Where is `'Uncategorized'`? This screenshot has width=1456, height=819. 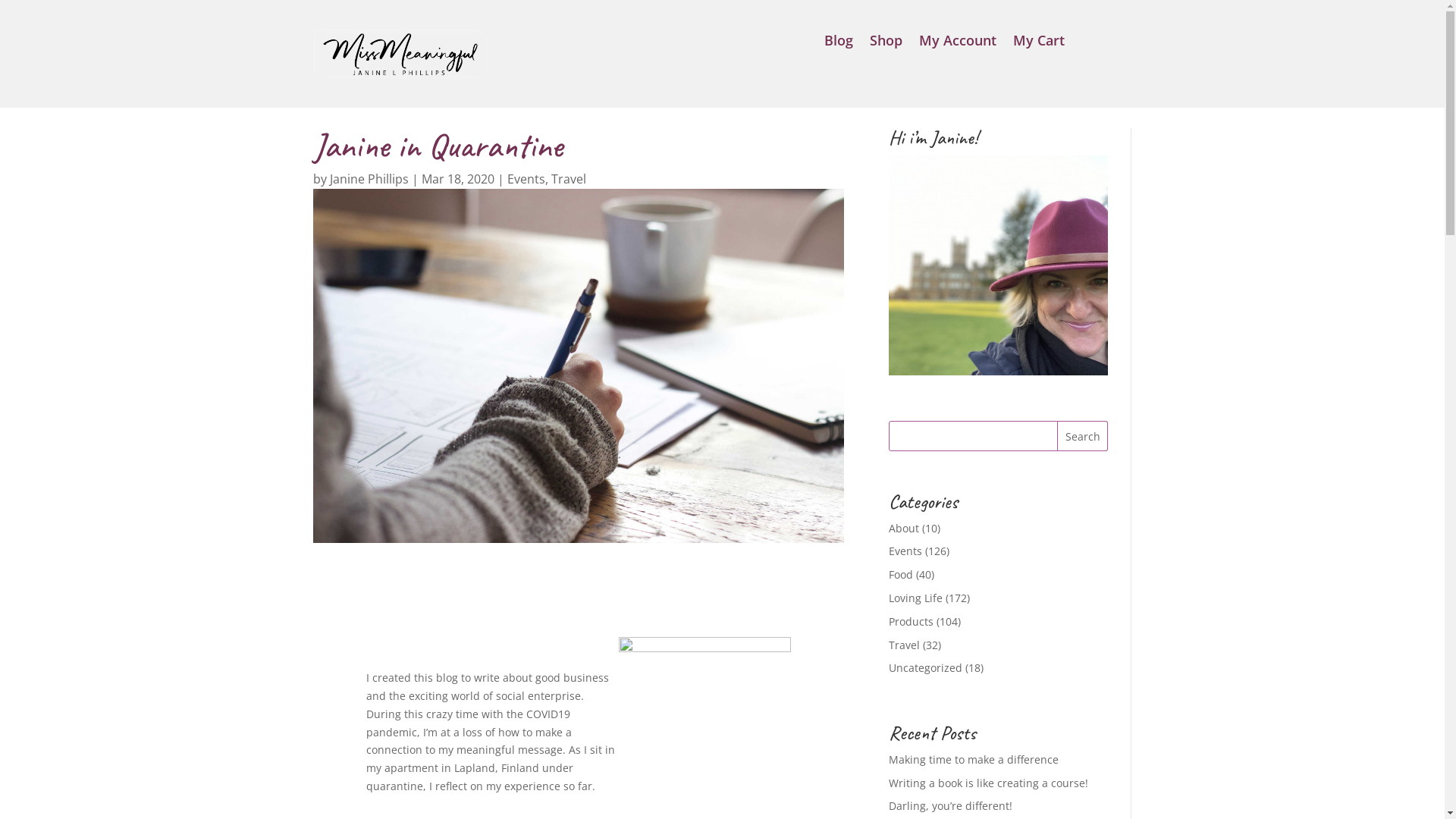
'Uncategorized' is located at coordinates (924, 667).